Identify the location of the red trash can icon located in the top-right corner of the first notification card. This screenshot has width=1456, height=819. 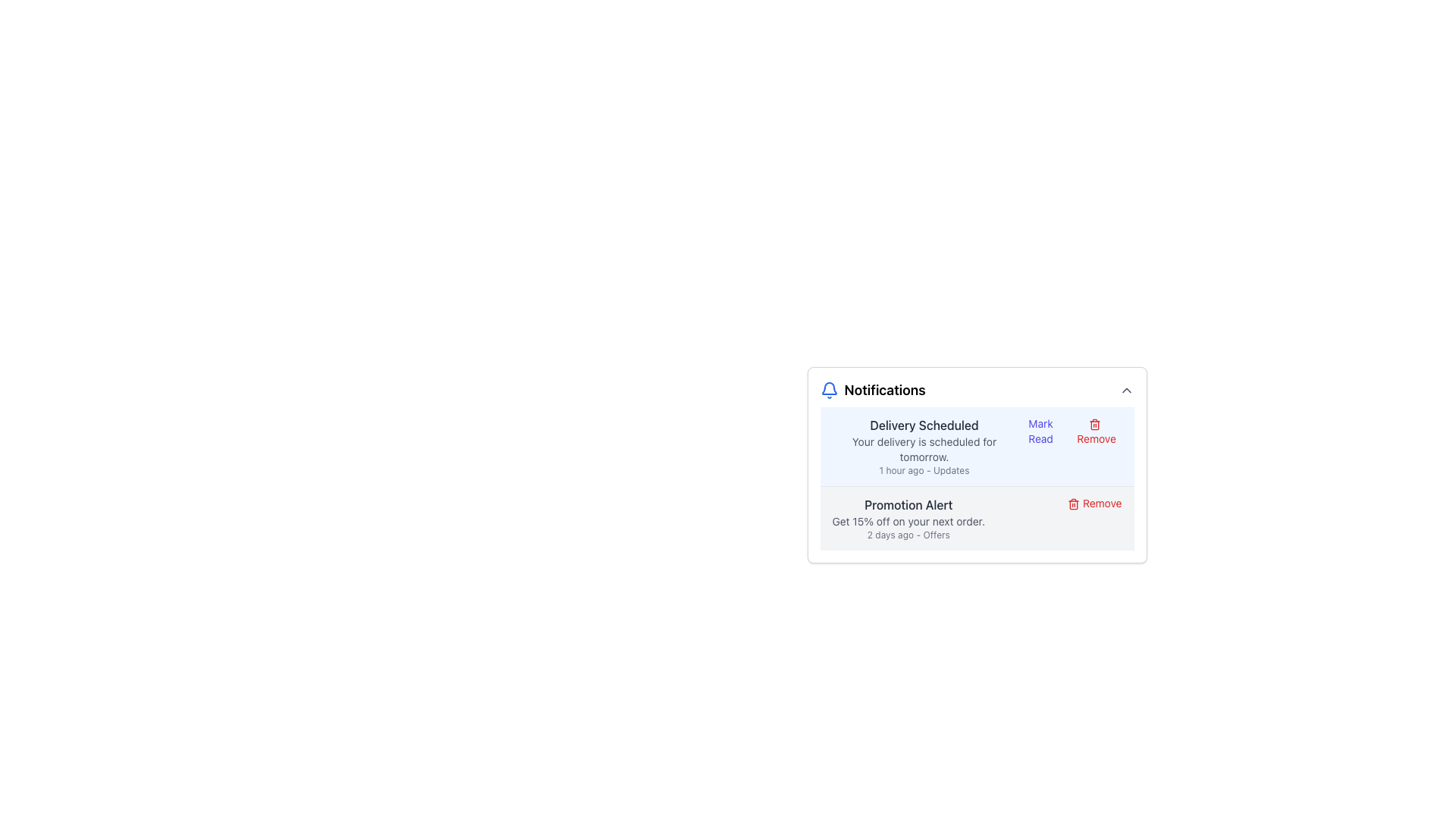
(1095, 425).